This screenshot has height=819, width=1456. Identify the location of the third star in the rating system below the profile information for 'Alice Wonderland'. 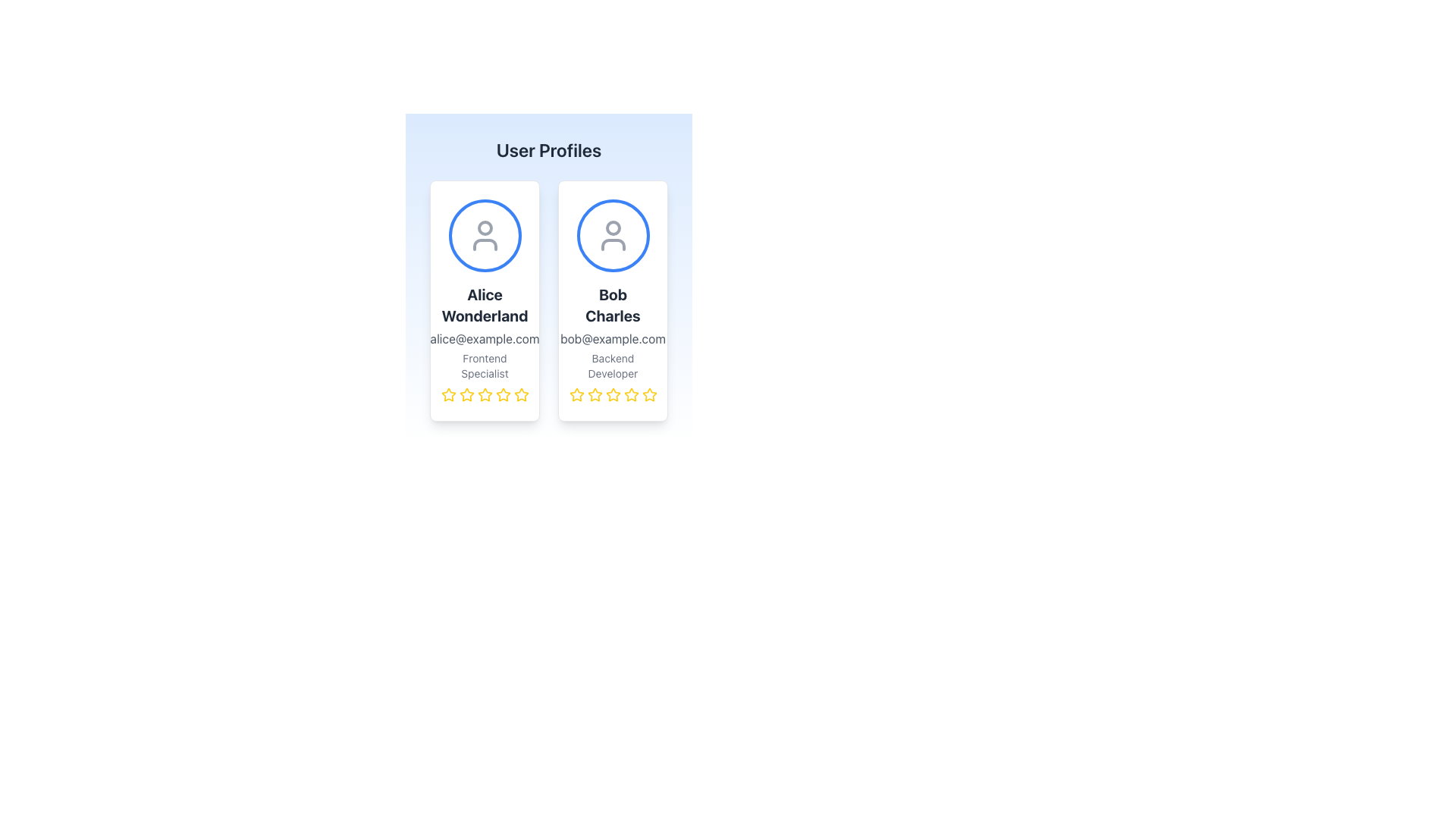
(484, 394).